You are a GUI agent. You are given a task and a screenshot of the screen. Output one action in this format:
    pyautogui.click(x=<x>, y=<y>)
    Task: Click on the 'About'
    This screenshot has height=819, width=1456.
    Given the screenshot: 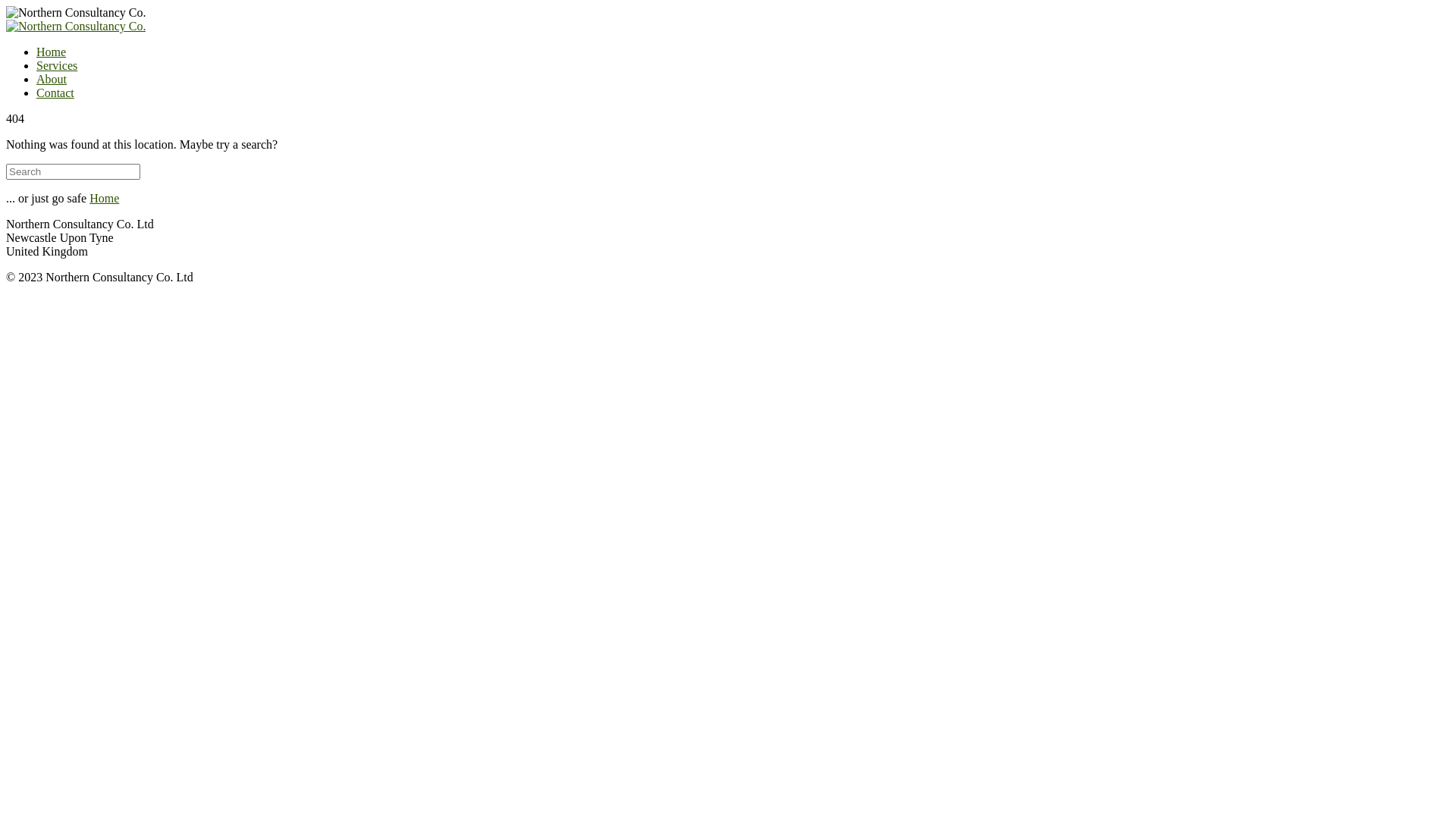 What is the action you would take?
    pyautogui.click(x=51, y=79)
    